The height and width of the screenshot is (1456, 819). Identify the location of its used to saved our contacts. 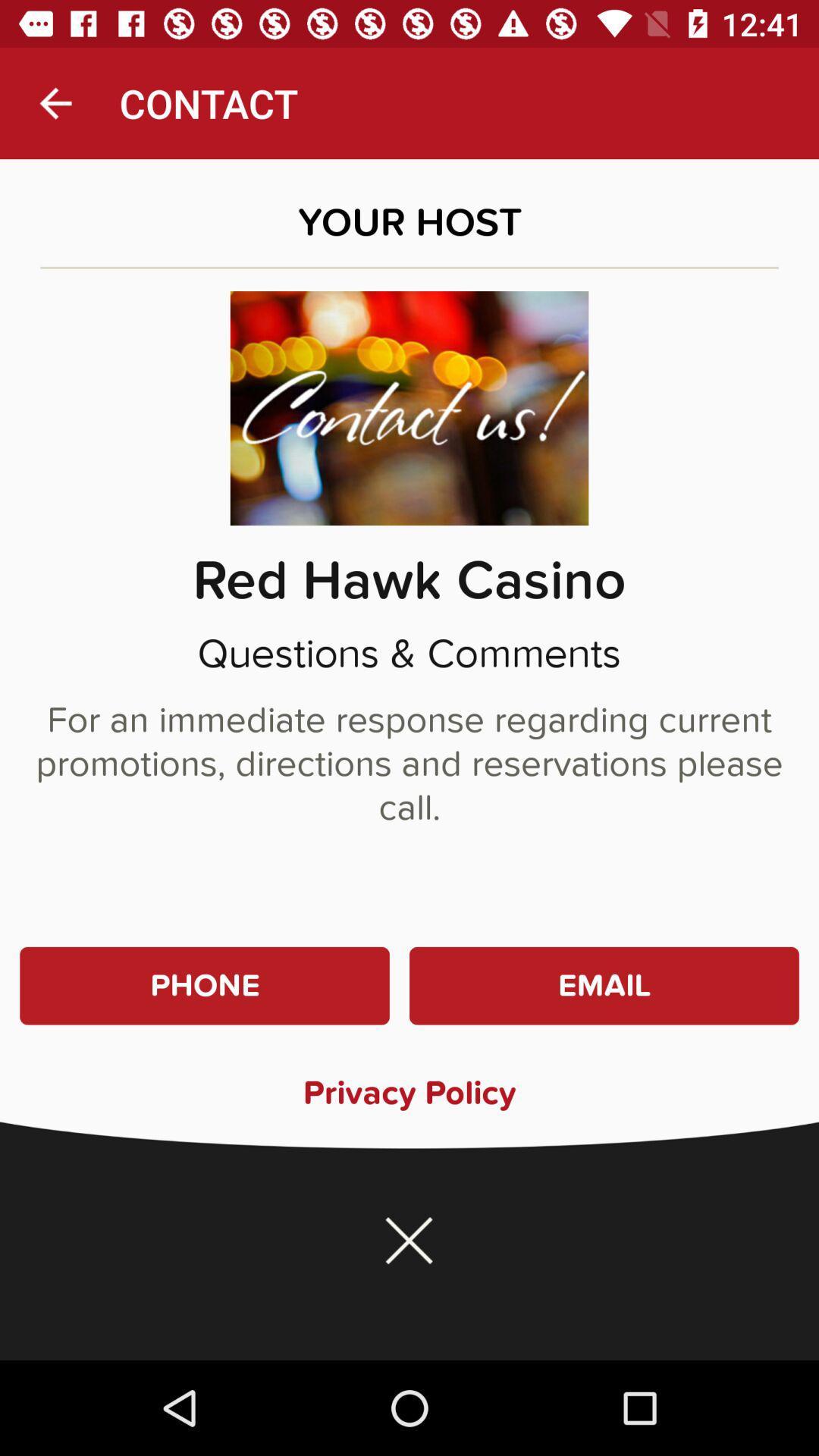
(409, 1241).